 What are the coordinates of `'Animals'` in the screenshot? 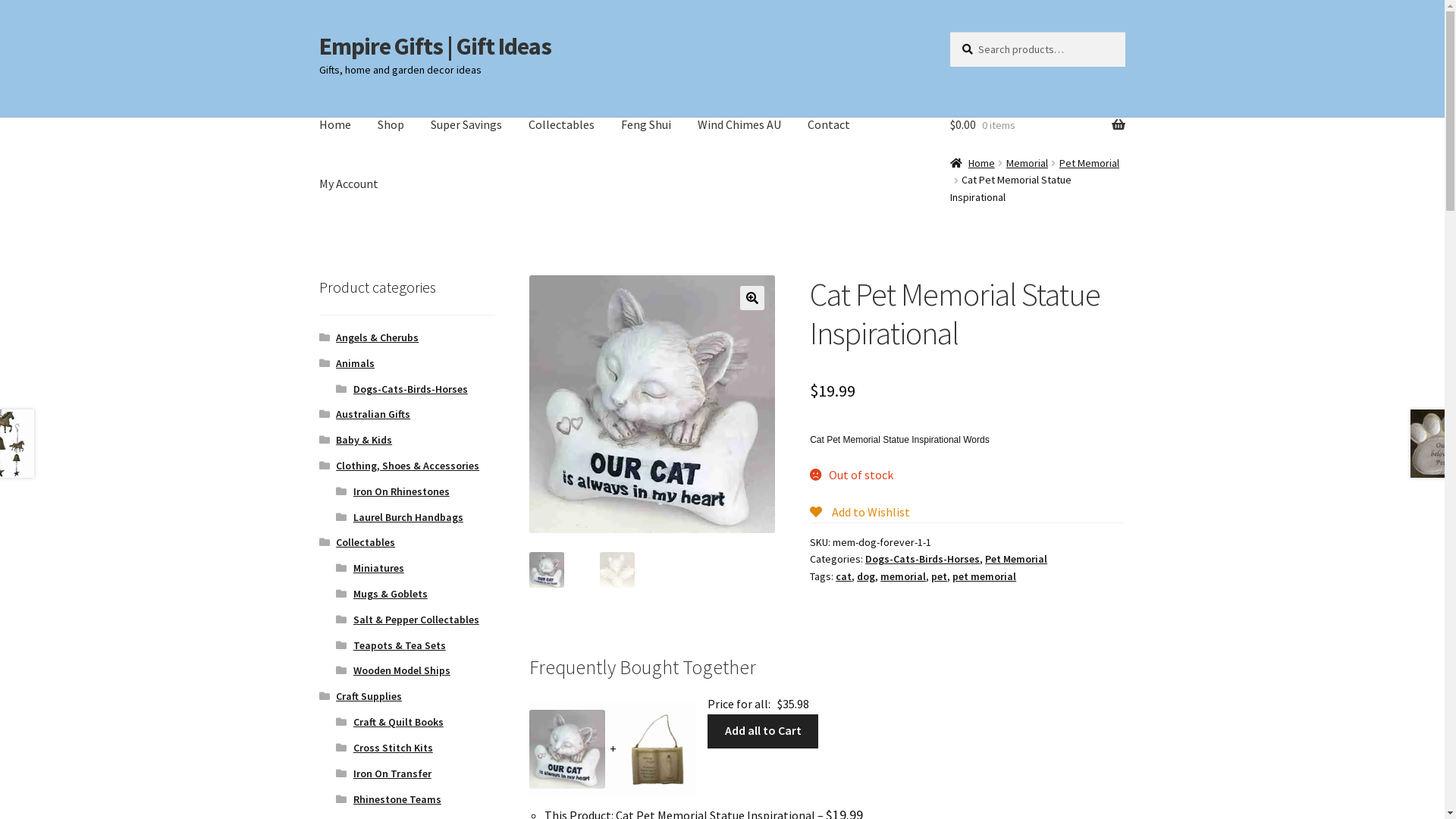 It's located at (354, 362).